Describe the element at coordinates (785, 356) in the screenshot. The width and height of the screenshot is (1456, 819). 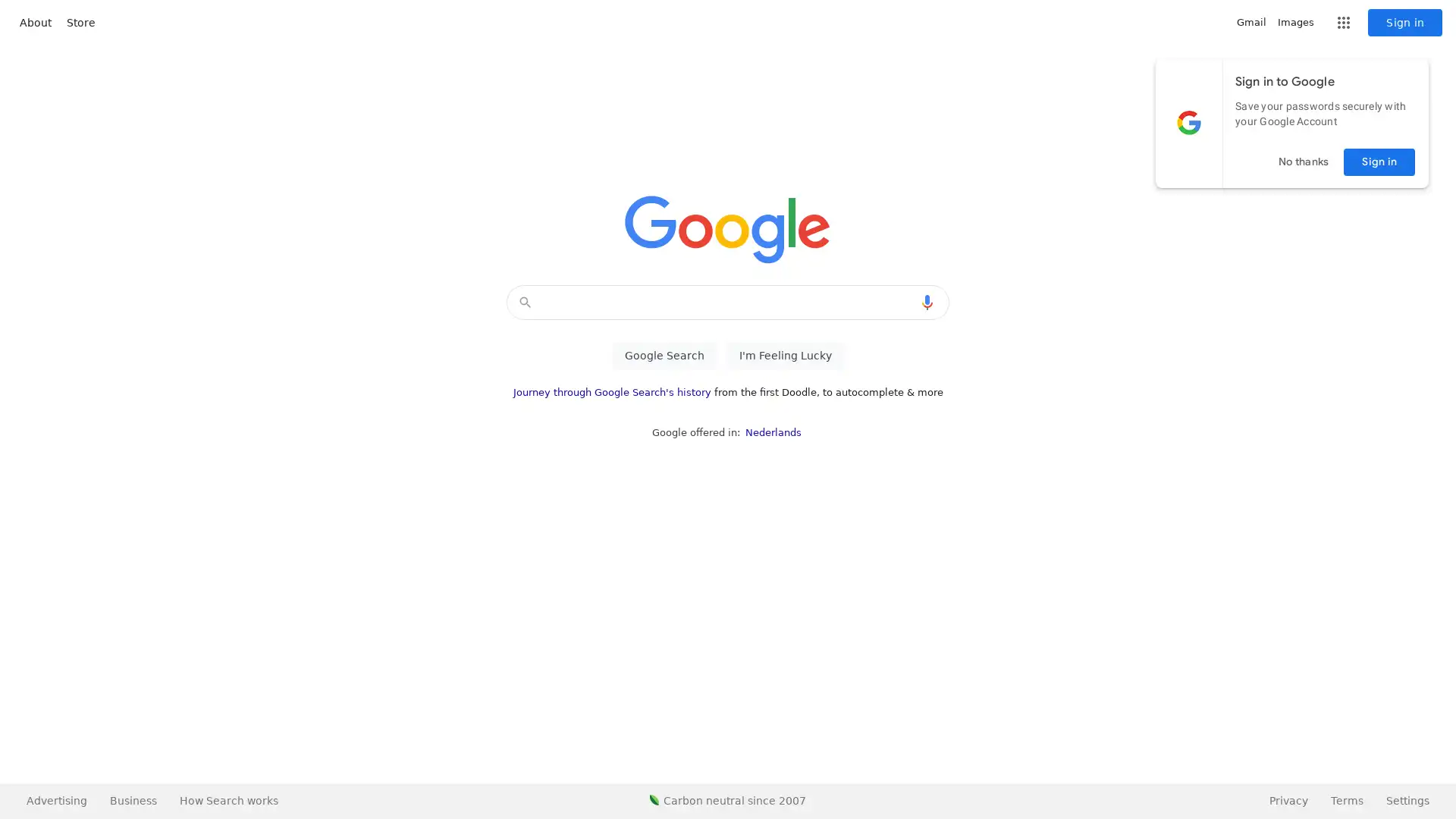
I see `I'm Feeling Lucky` at that location.